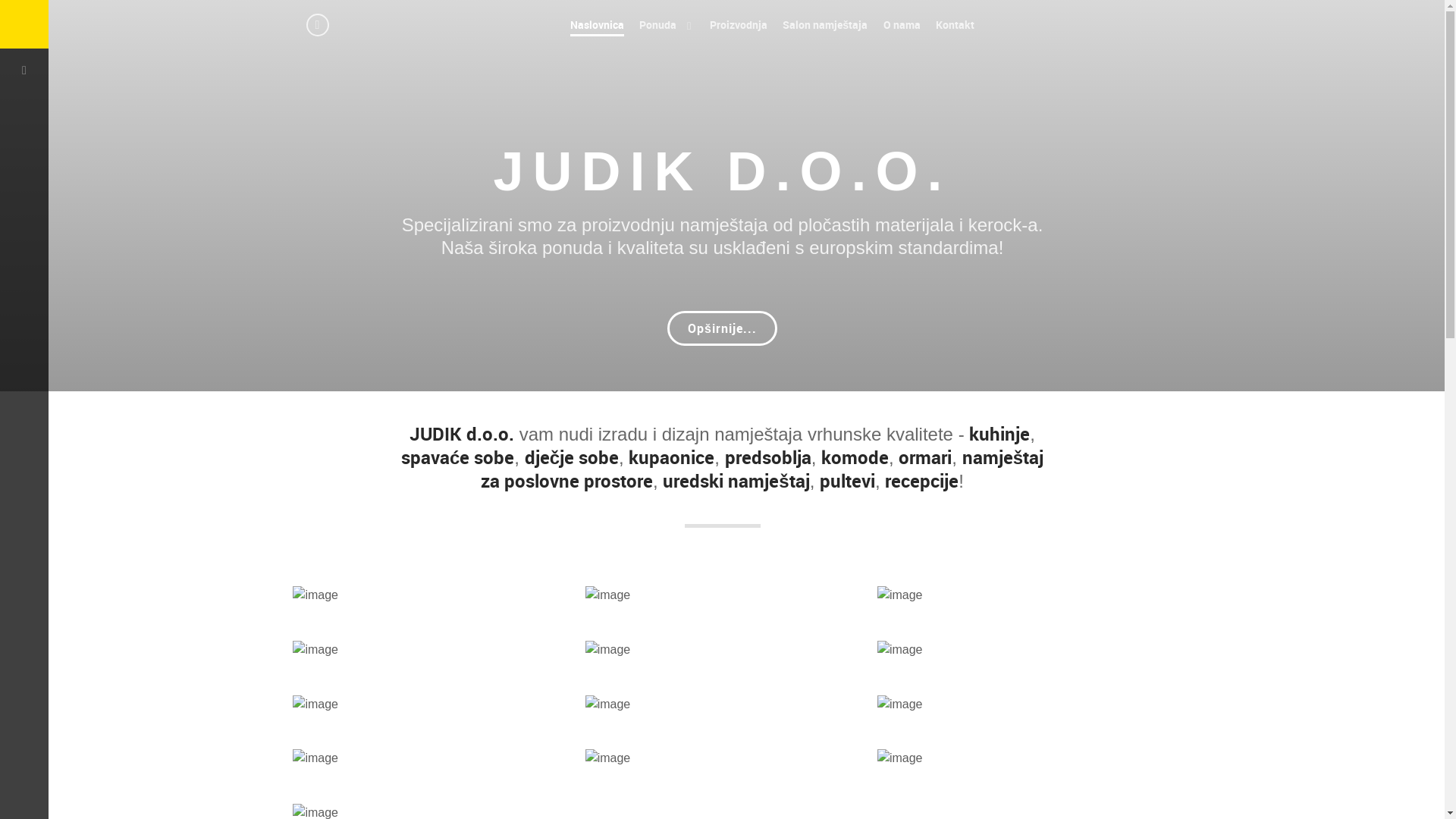  I want to click on 'kuhinje', so click(999, 433).